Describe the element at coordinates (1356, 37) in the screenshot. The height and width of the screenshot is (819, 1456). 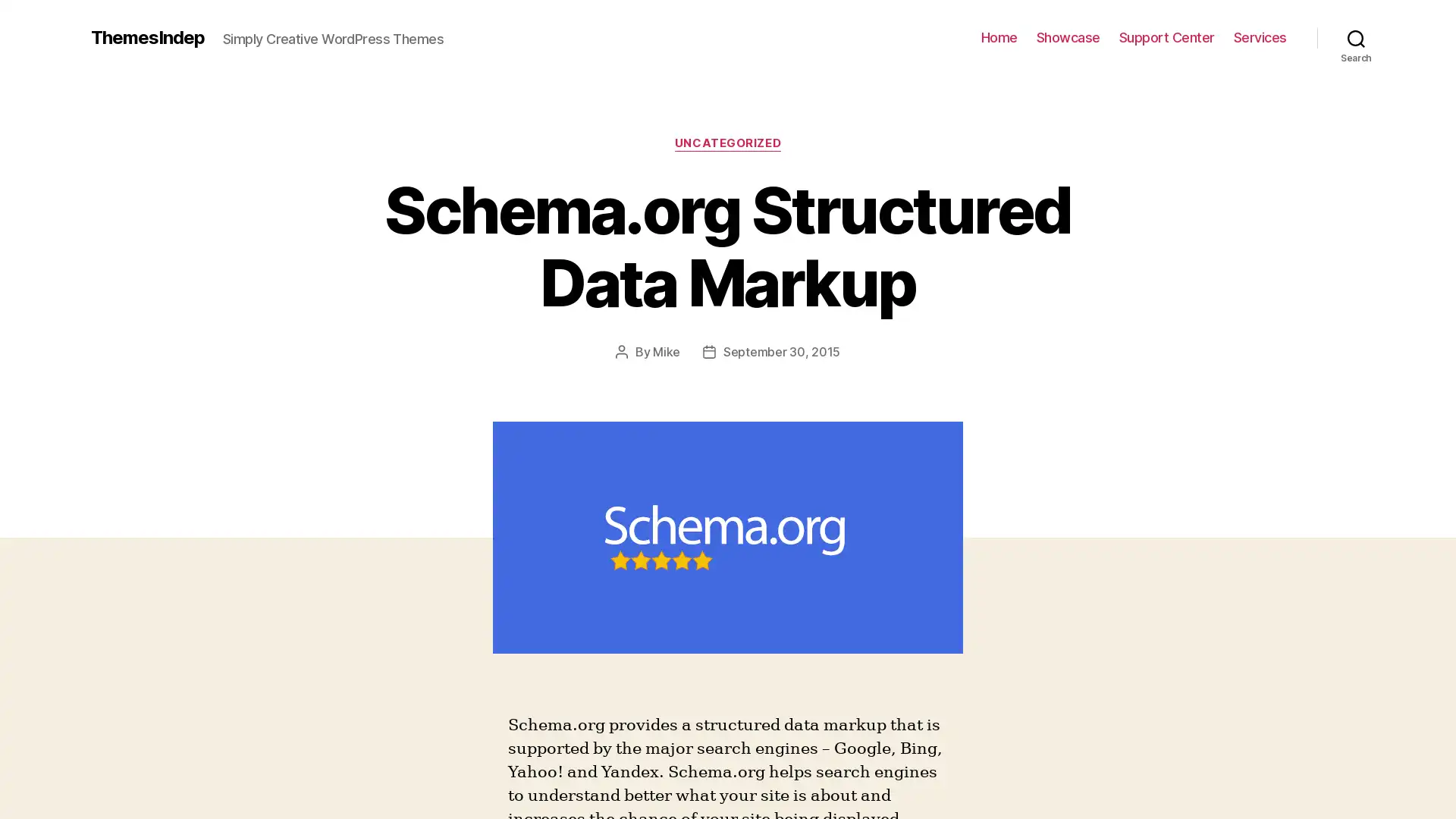
I see `Search` at that location.